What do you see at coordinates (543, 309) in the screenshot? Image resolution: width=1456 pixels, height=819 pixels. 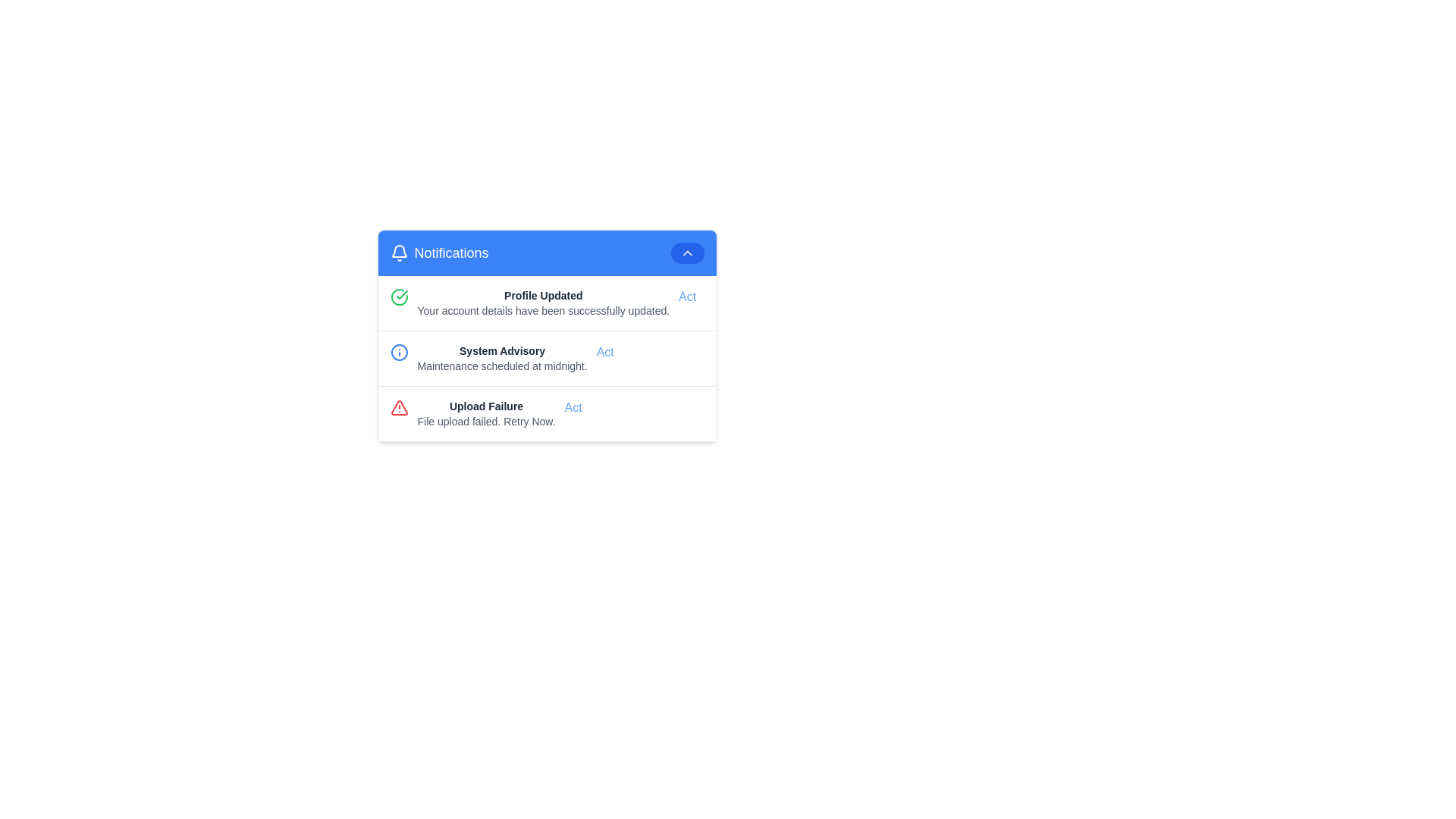 I see `the informational text label that indicates the user's account details were updated successfully, which is located in the Notifications panel below 'Profile Updated'` at bounding box center [543, 309].